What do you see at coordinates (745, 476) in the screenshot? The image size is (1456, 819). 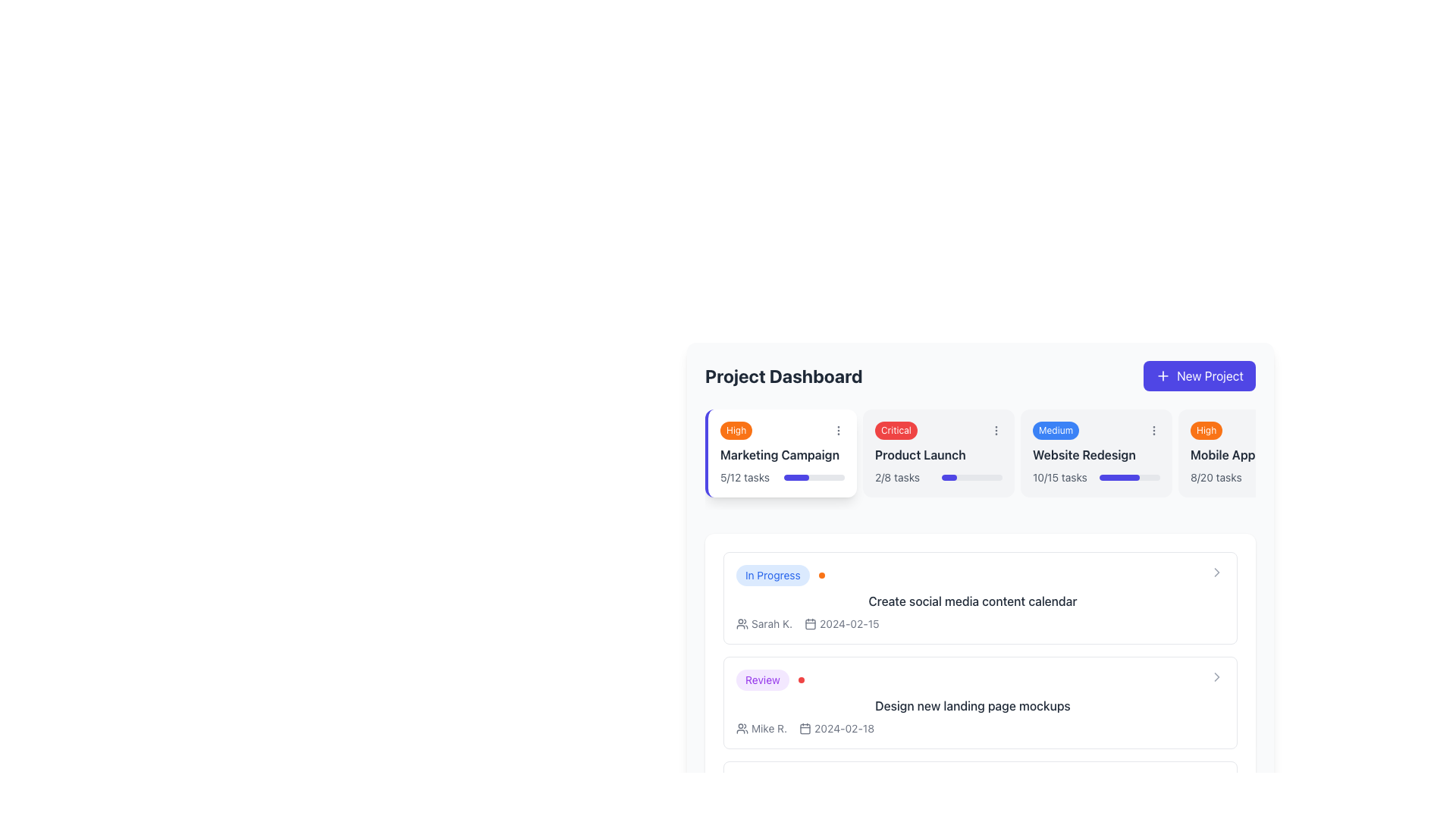 I see `the static text label that indicates the progress of tasks within the 'Marketing Campaign' project, which displays the number of completed tasks out of the total` at bounding box center [745, 476].